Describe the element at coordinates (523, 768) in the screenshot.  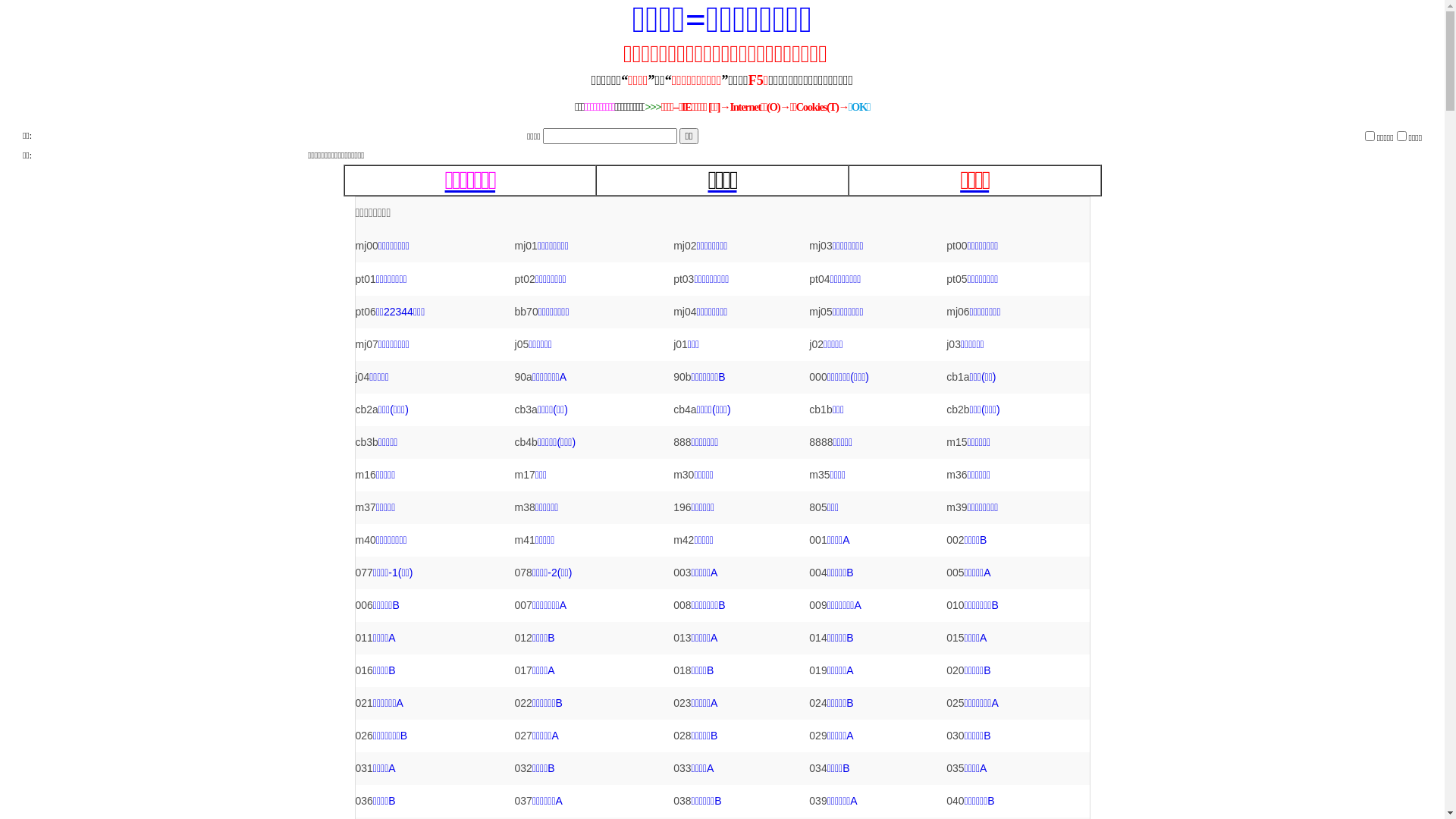
I see `'032'` at that location.